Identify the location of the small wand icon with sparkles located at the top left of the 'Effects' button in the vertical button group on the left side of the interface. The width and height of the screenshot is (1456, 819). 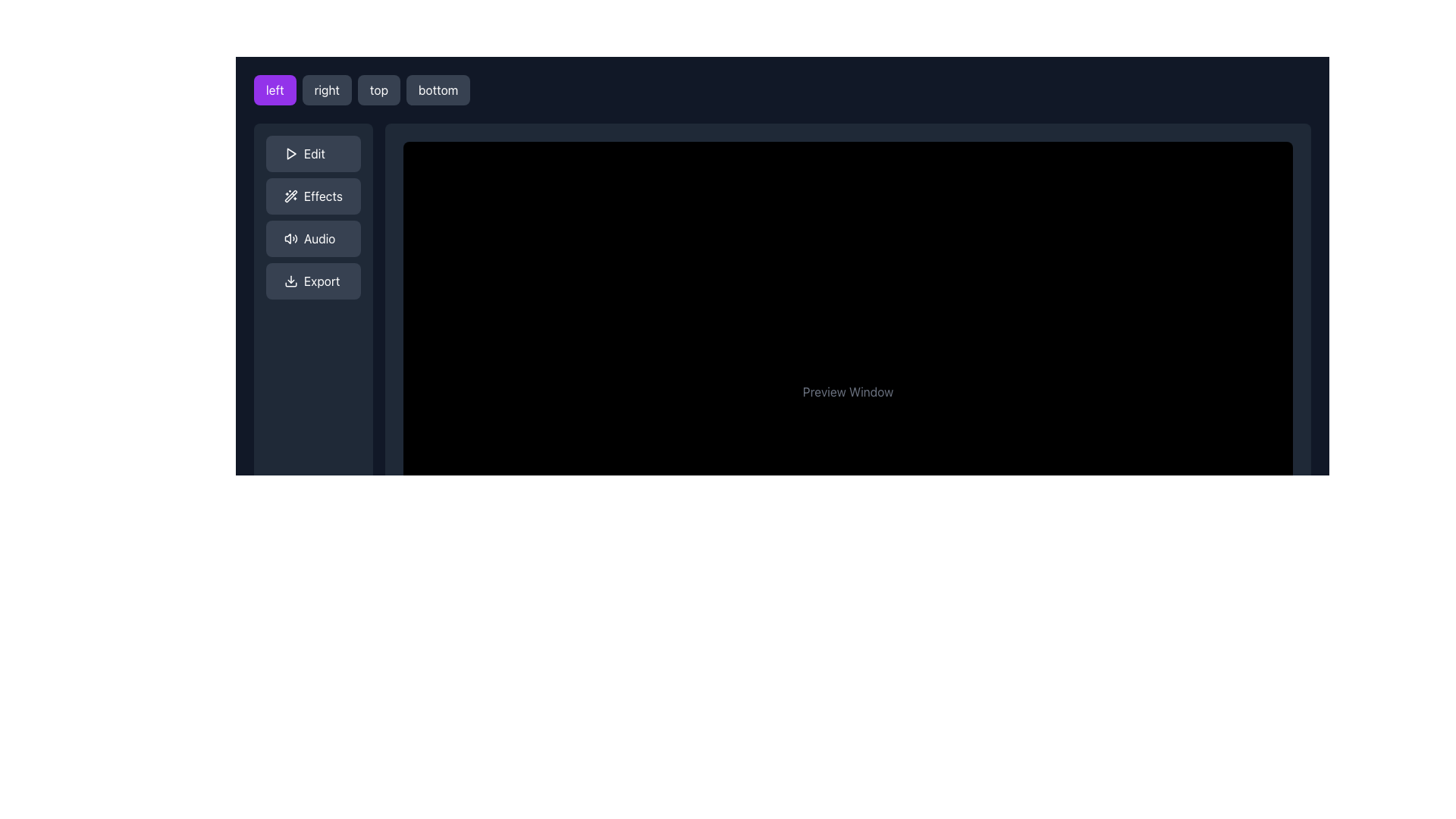
(291, 195).